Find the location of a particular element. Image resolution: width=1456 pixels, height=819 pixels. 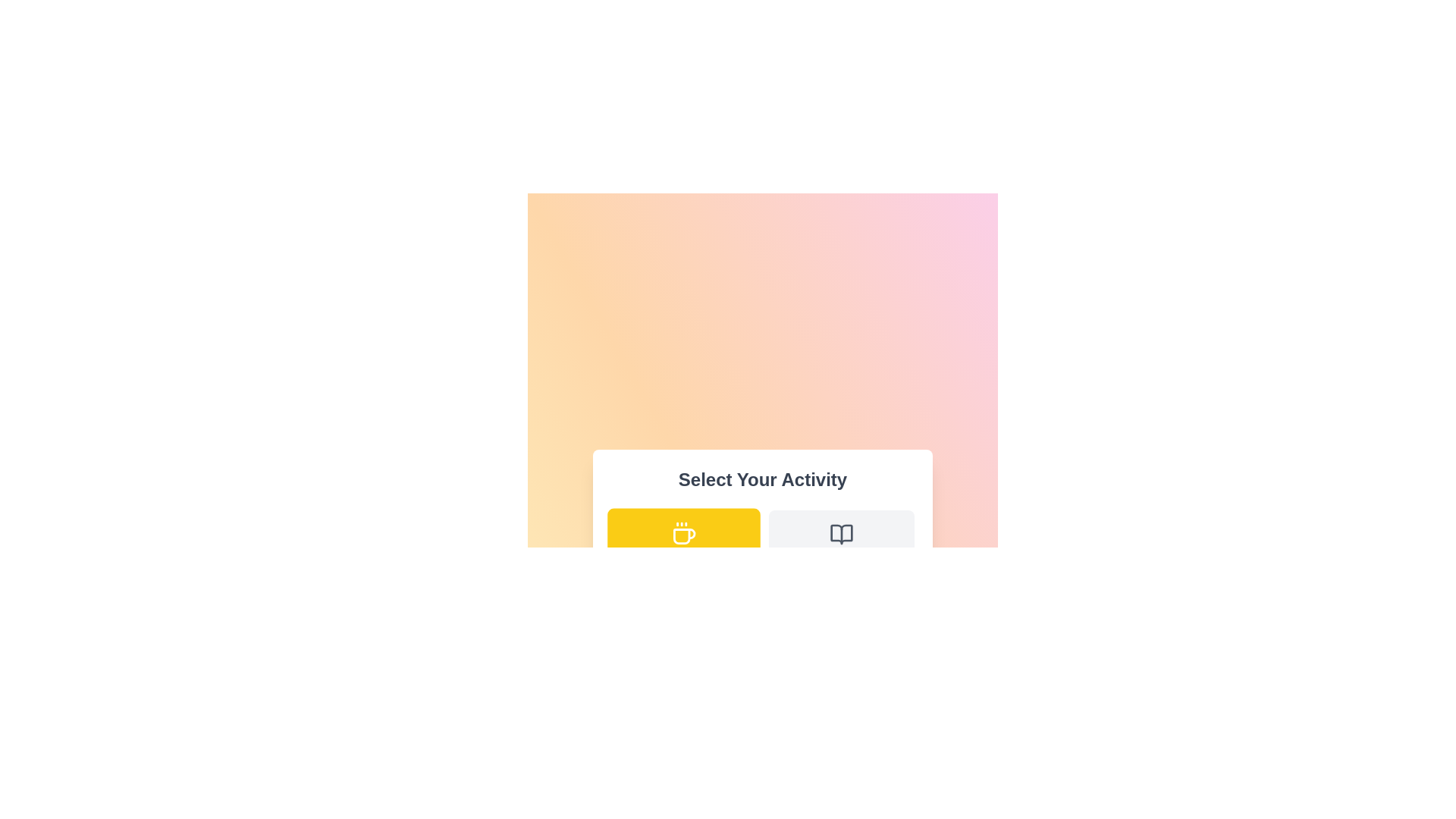

the open book icon located above the 'Reading' title within the rectangular card is located at coordinates (840, 534).